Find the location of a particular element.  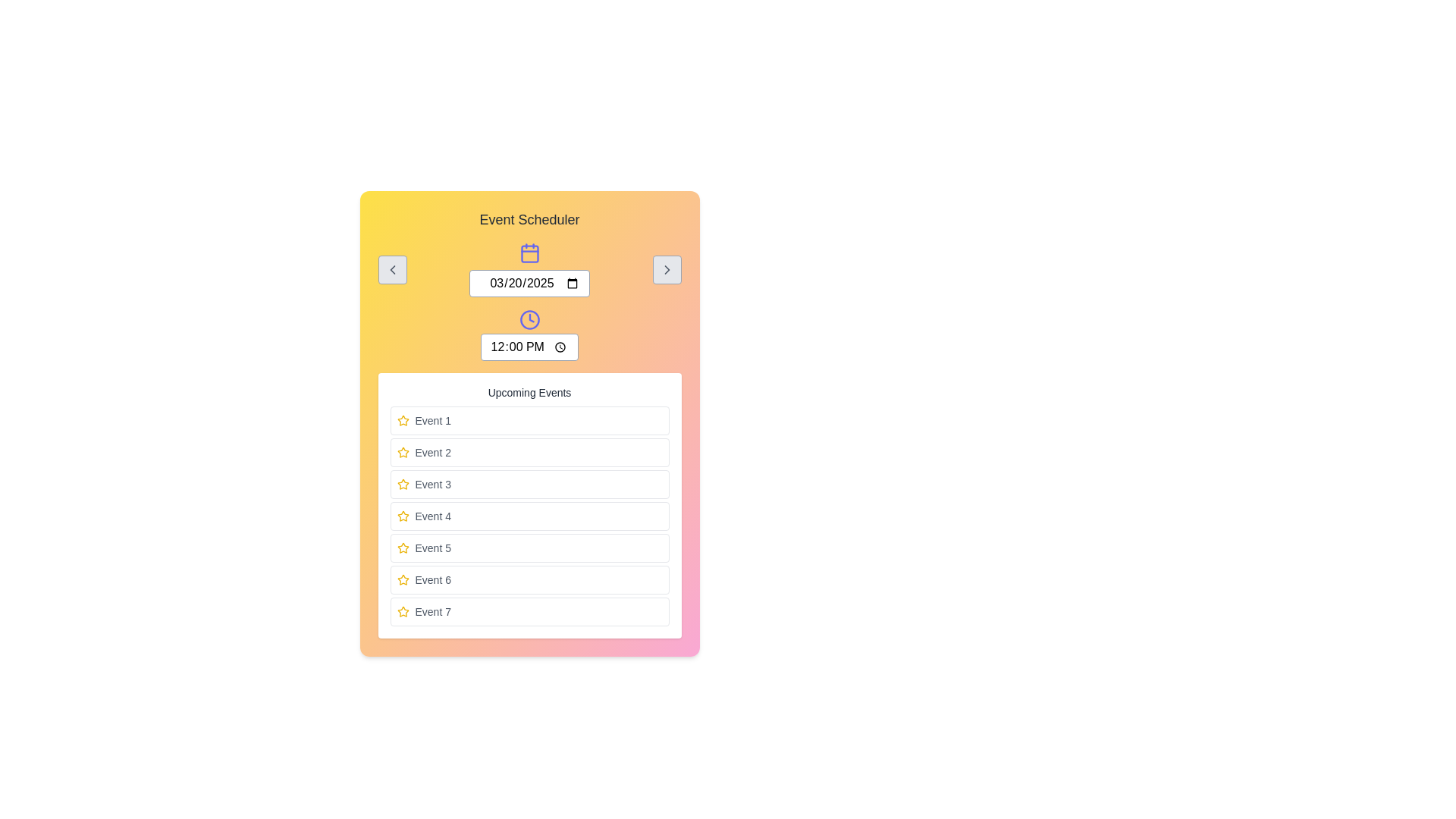

the list item labeled 'Event 6' is located at coordinates (529, 579).